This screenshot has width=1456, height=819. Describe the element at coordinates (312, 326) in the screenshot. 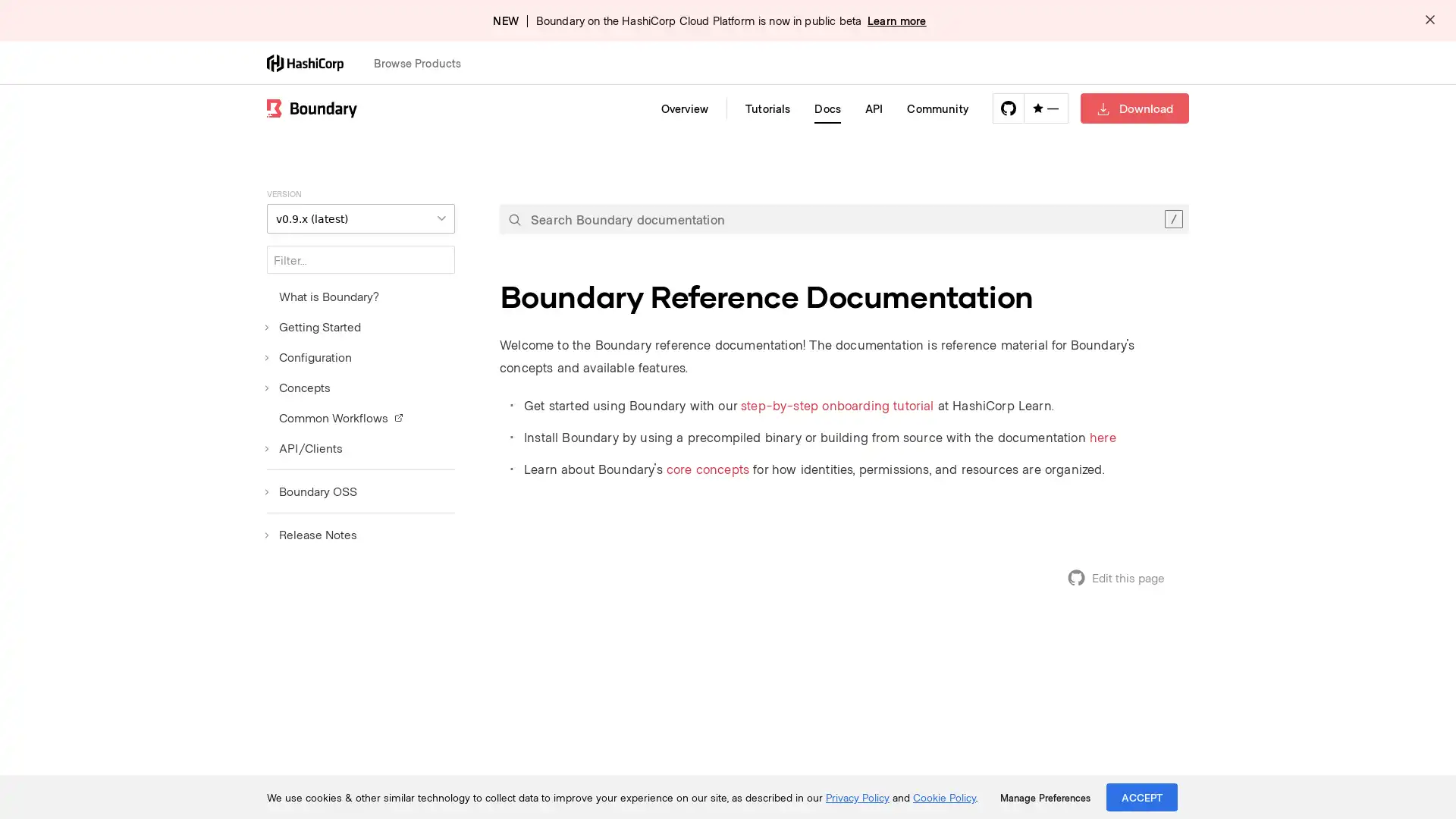

I see `Getting Started` at that location.